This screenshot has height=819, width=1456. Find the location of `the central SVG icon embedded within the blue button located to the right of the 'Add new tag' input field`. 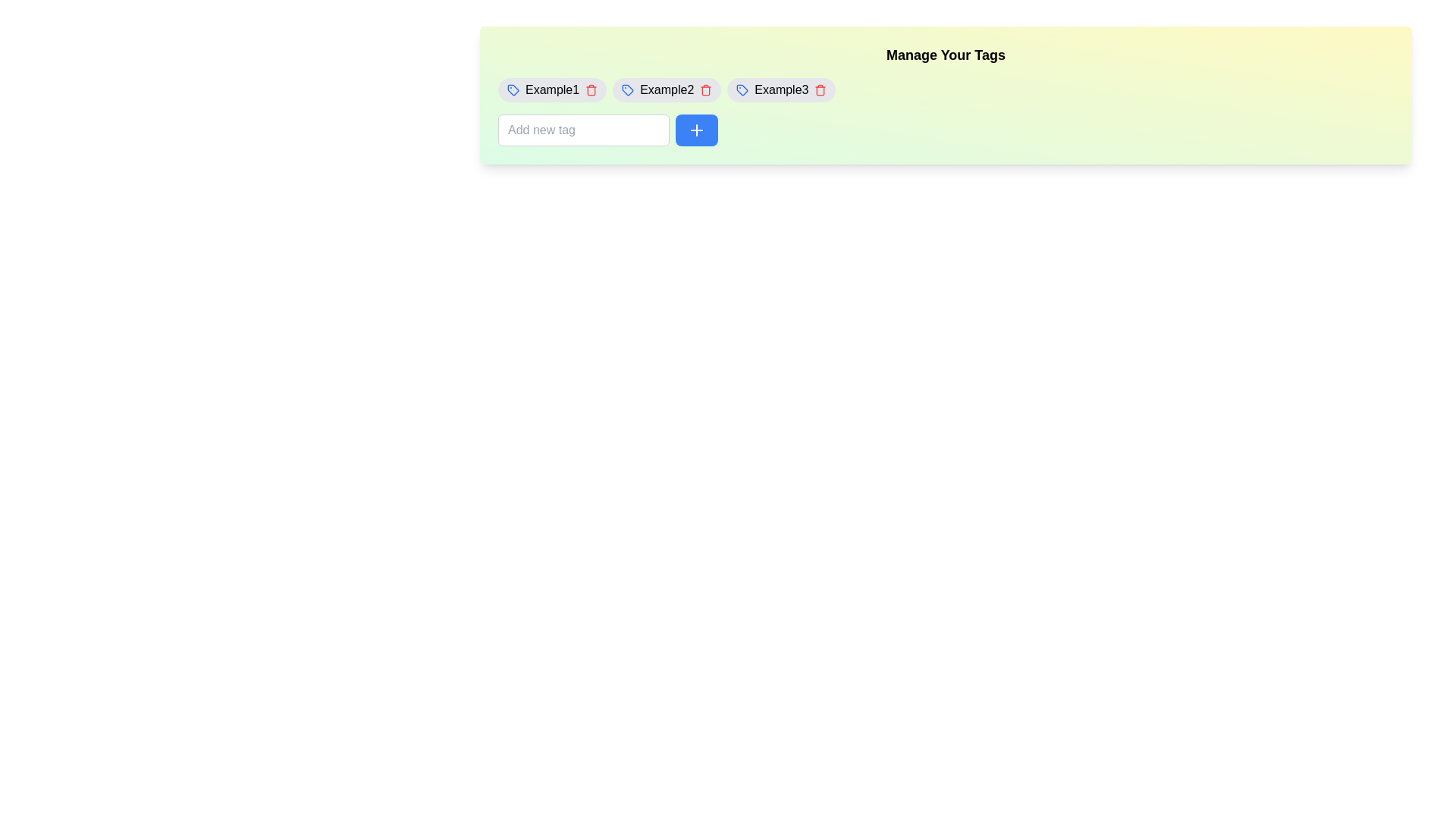

the central SVG icon embedded within the blue button located to the right of the 'Add new tag' input field is located at coordinates (695, 130).